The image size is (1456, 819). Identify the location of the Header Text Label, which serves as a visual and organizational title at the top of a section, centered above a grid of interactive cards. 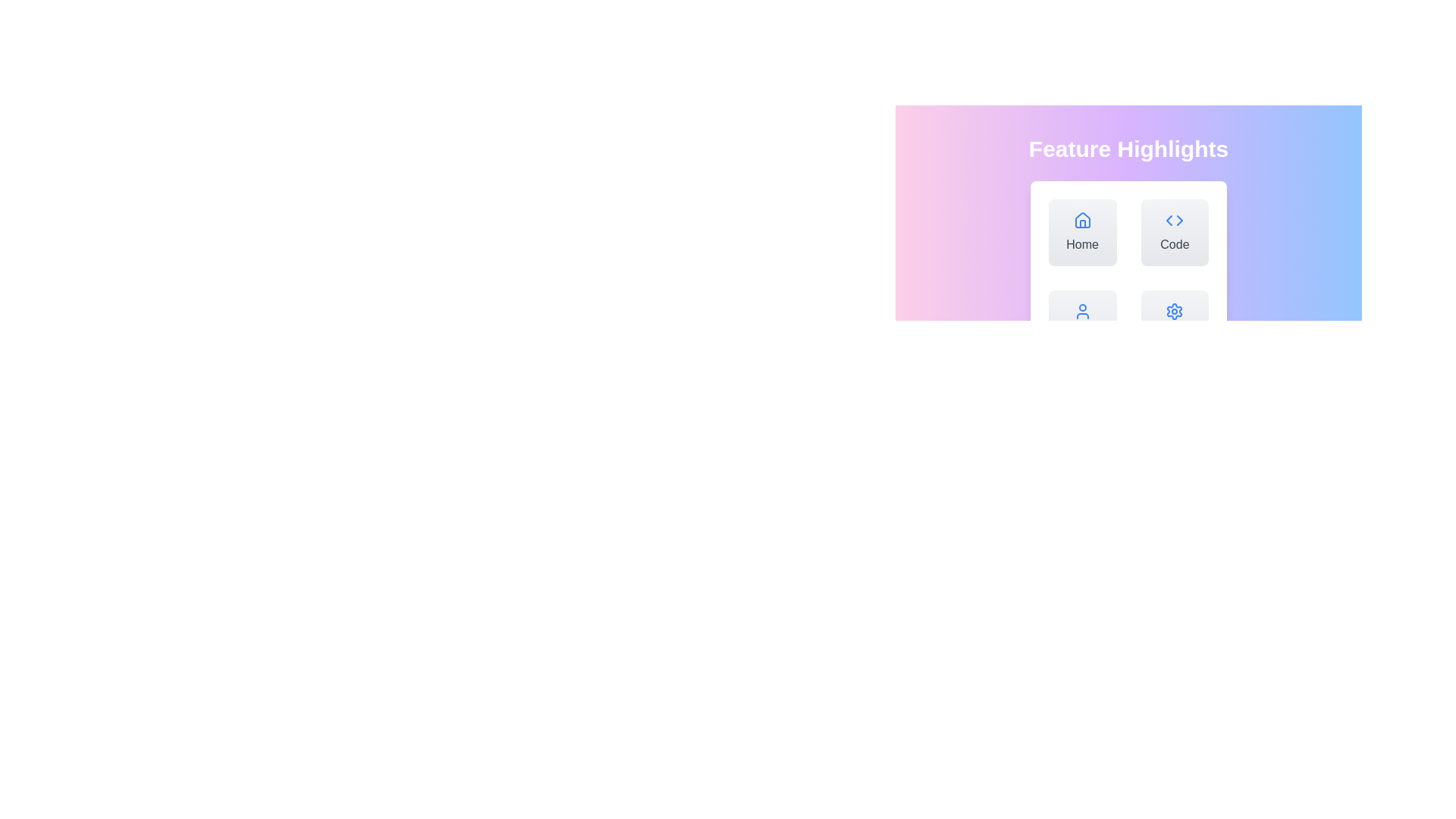
(1128, 149).